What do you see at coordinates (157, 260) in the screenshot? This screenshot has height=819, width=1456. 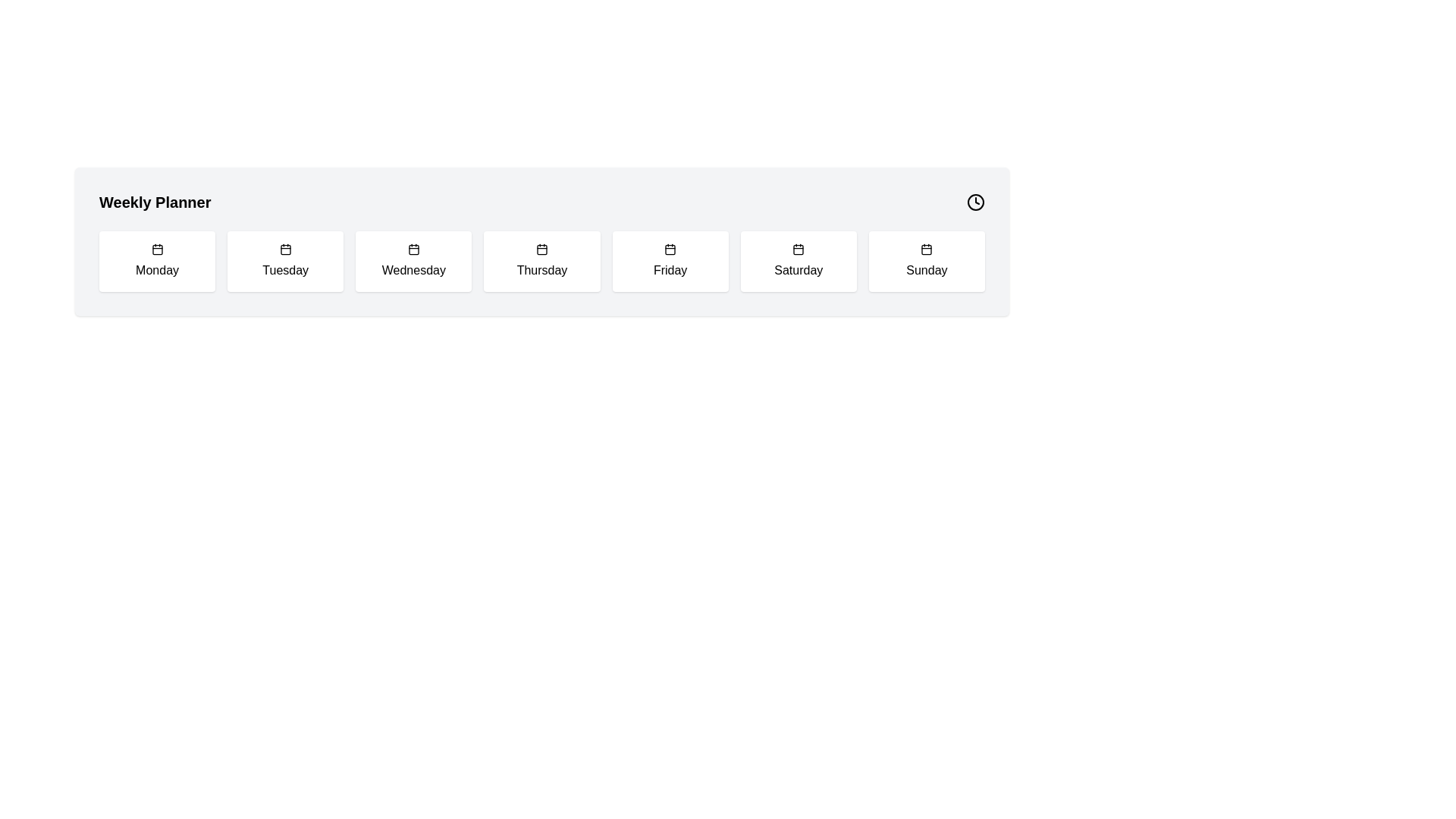 I see `the Monday button in the weekly planner interface` at bounding box center [157, 260].